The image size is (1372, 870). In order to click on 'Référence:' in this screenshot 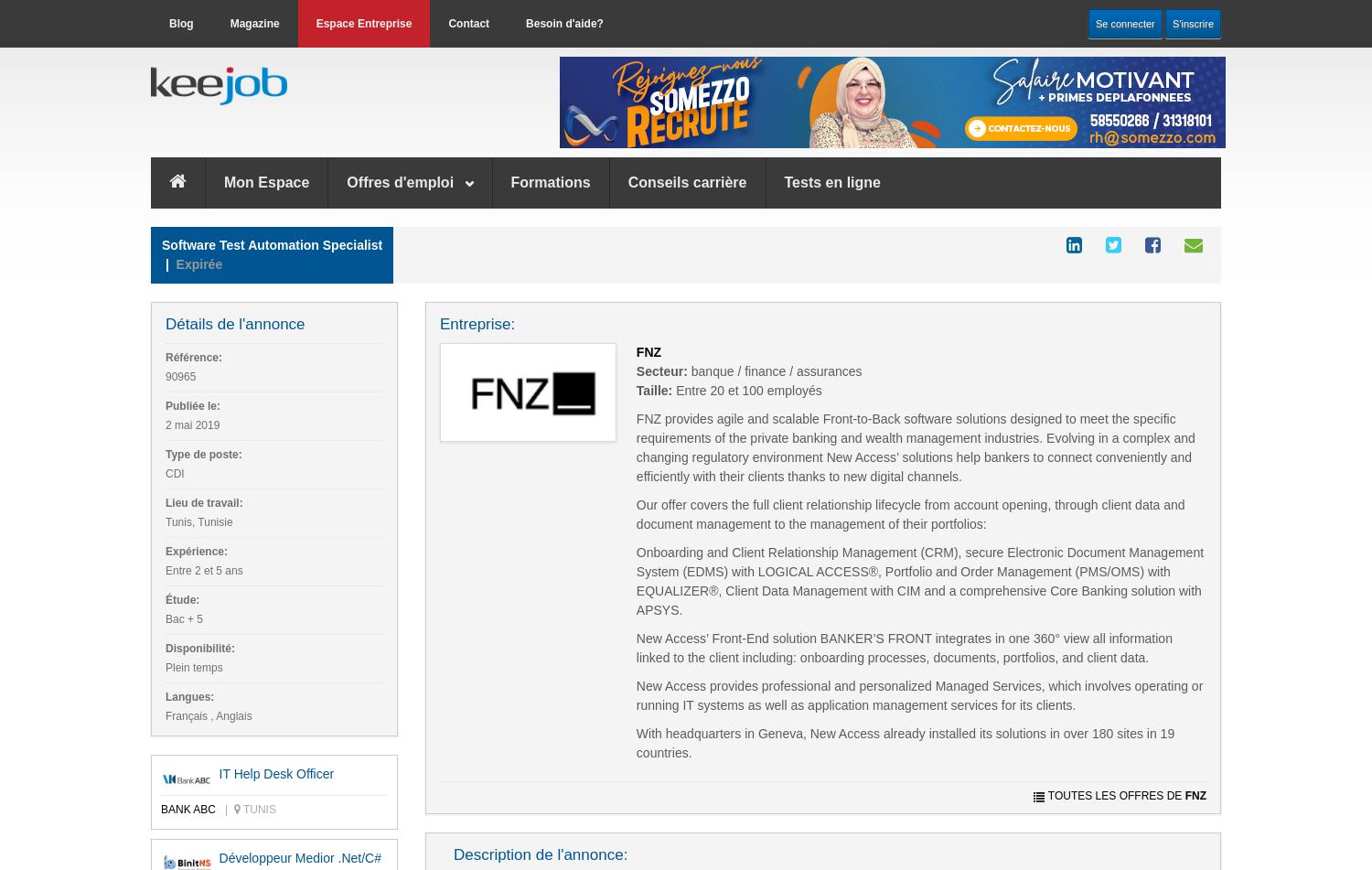, I will do `click(192, 357)`.